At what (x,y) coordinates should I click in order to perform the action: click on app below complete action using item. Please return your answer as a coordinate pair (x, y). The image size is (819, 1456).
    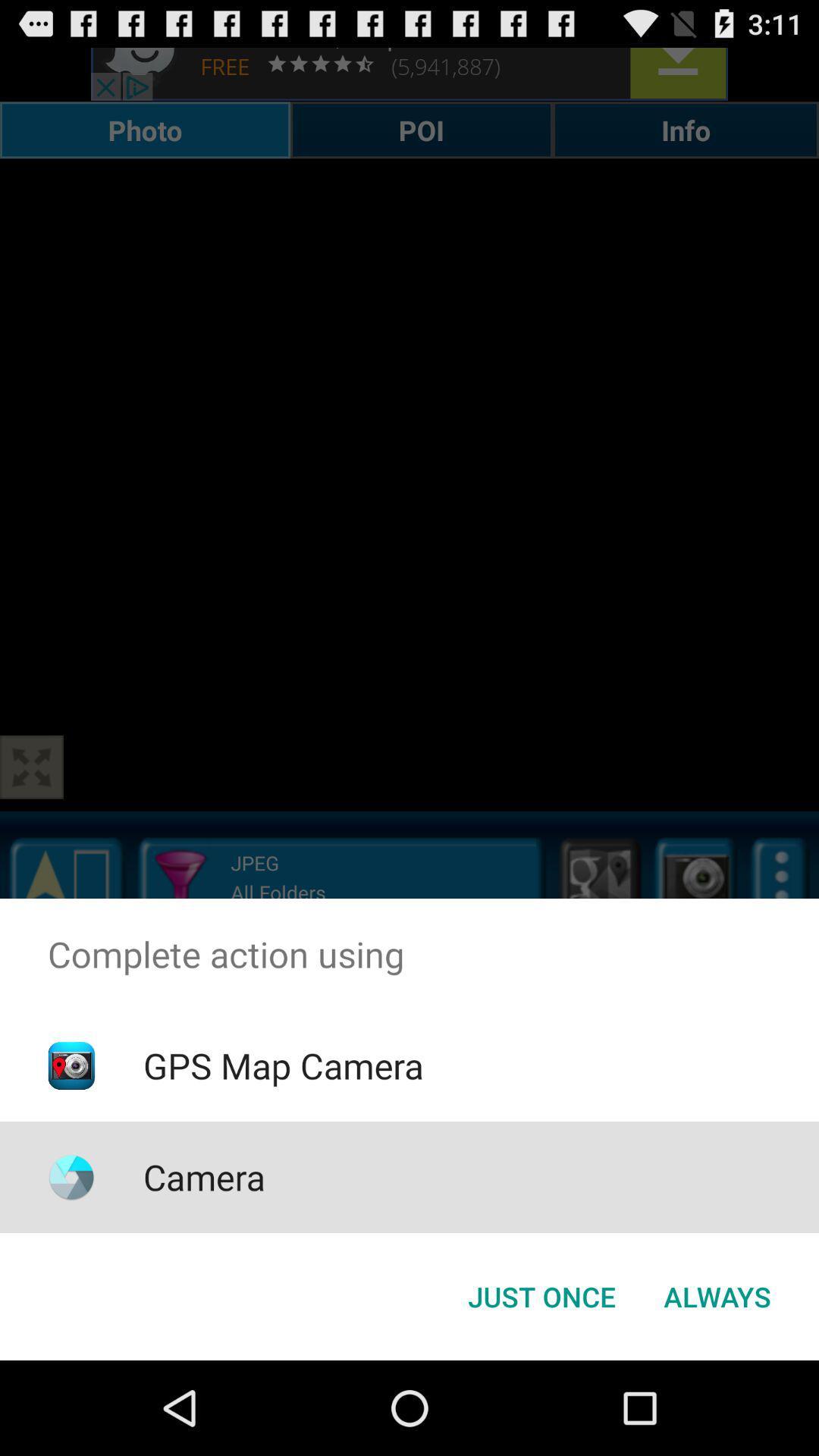
    Looking at the image, I should click on (541, 1295).